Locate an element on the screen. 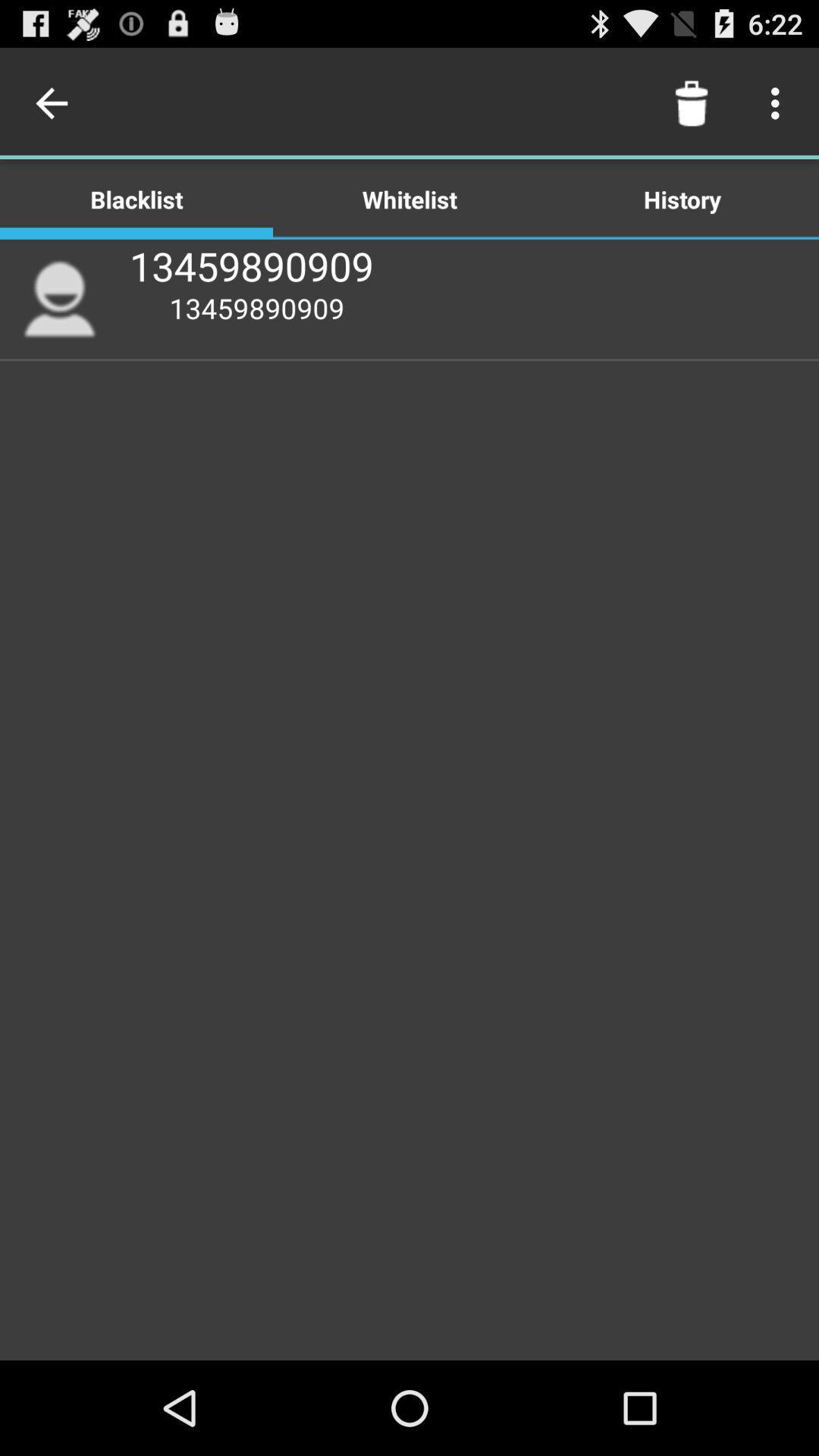 The image size is (819, 1456). the blacklist is located at coordinates (136, 198).